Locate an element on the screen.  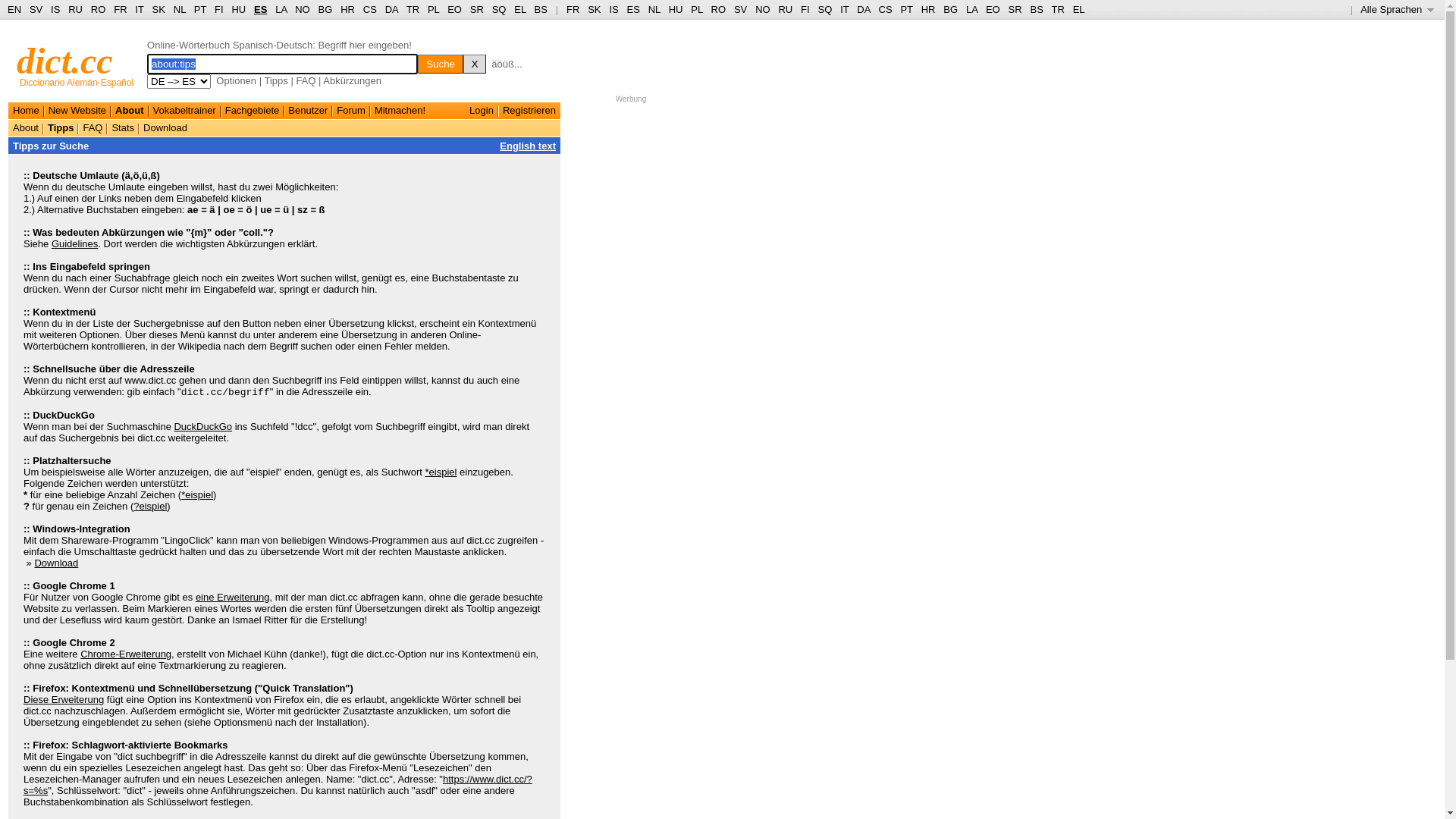
'LA' is located at coordinates (281, 9).